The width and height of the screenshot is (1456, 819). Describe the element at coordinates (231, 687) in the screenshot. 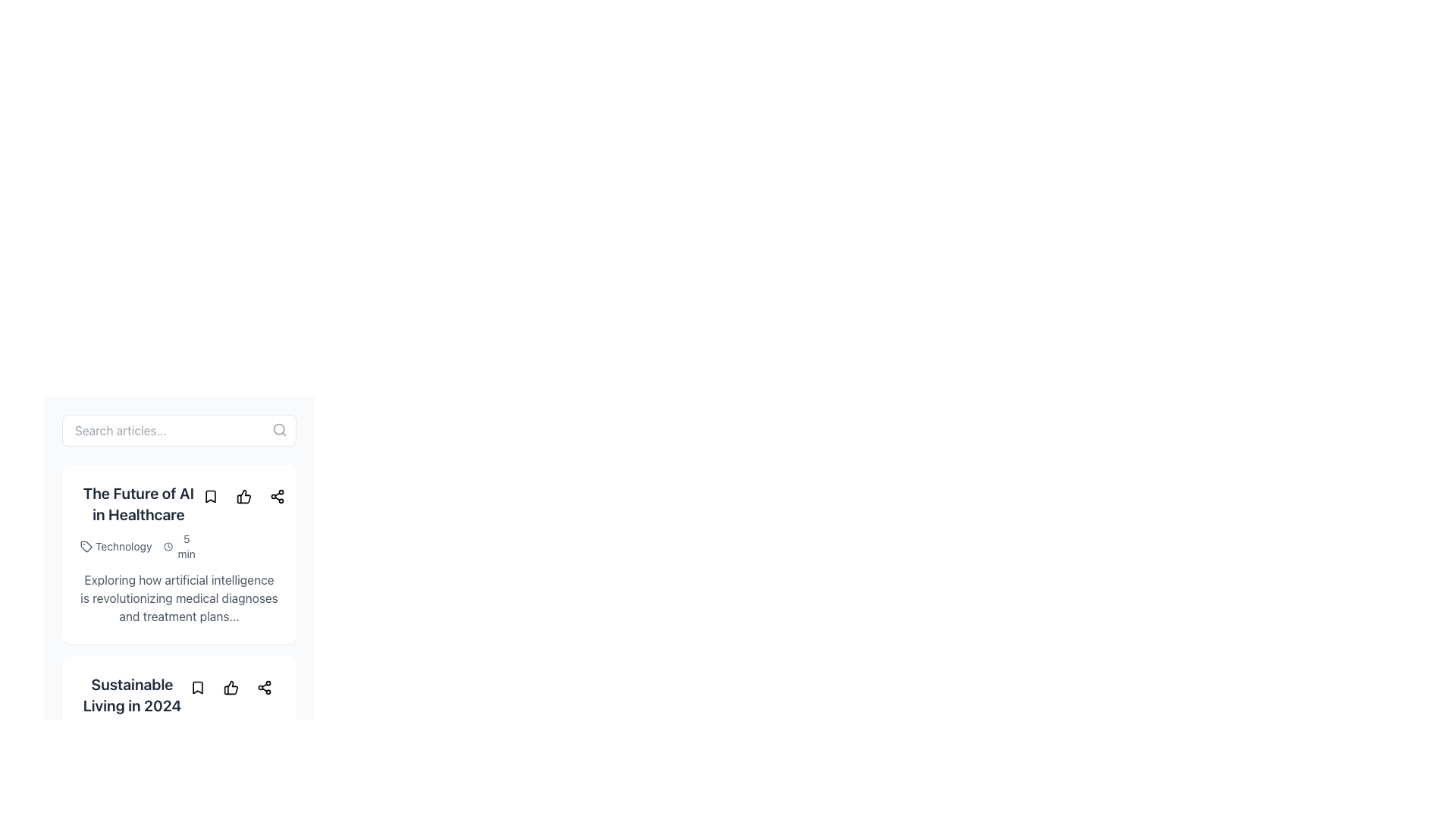

I see `the thumbs-up button located in the horizontal row of controls below the 'Sustainable Living in 2024' article` at that location.